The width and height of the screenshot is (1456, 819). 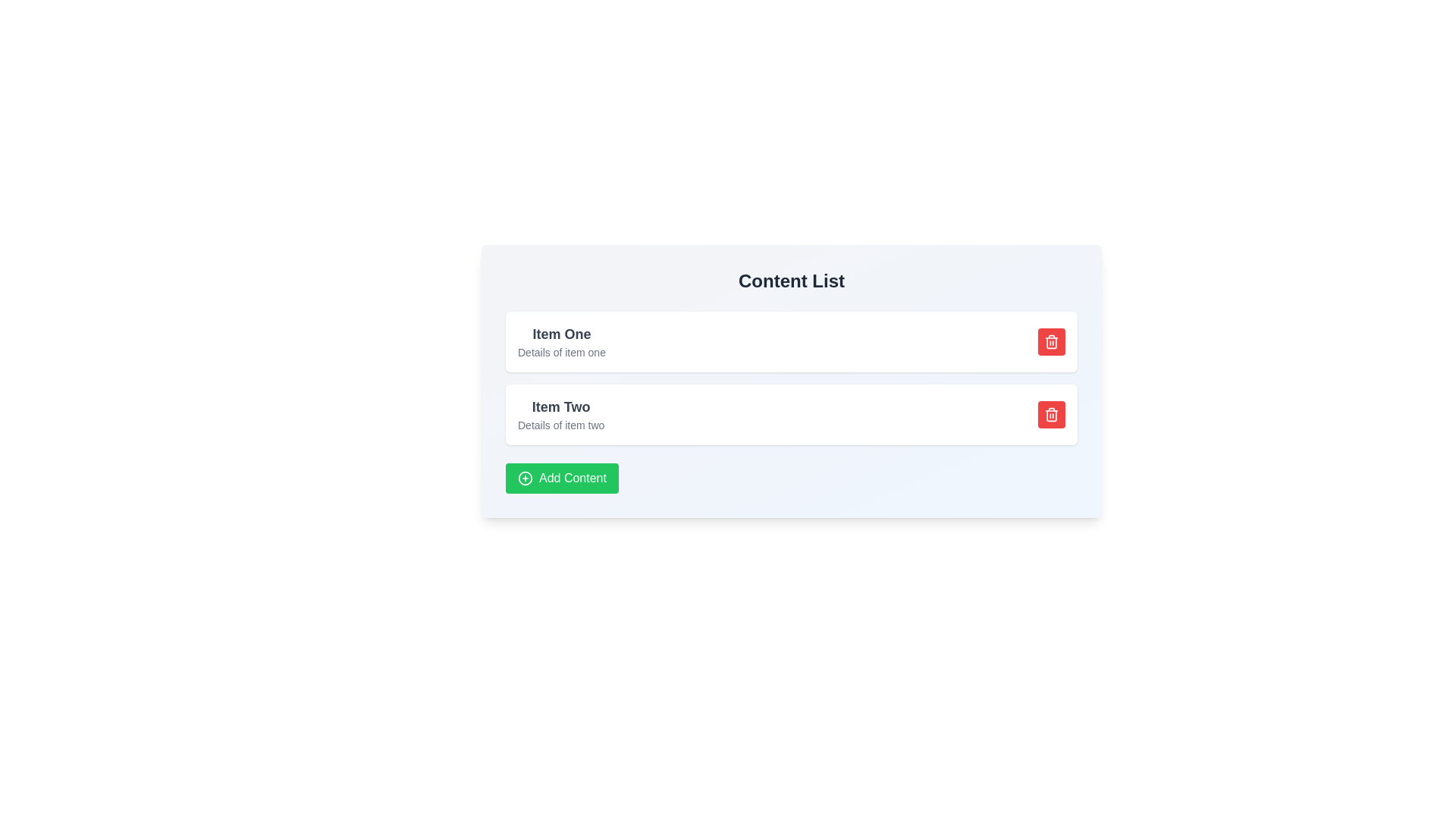 I want to click on the text block displaying 'Item Two', which is styled in bold, larger dark gray text, located in the second item of the 'Content List', so click(x=560, y=406).